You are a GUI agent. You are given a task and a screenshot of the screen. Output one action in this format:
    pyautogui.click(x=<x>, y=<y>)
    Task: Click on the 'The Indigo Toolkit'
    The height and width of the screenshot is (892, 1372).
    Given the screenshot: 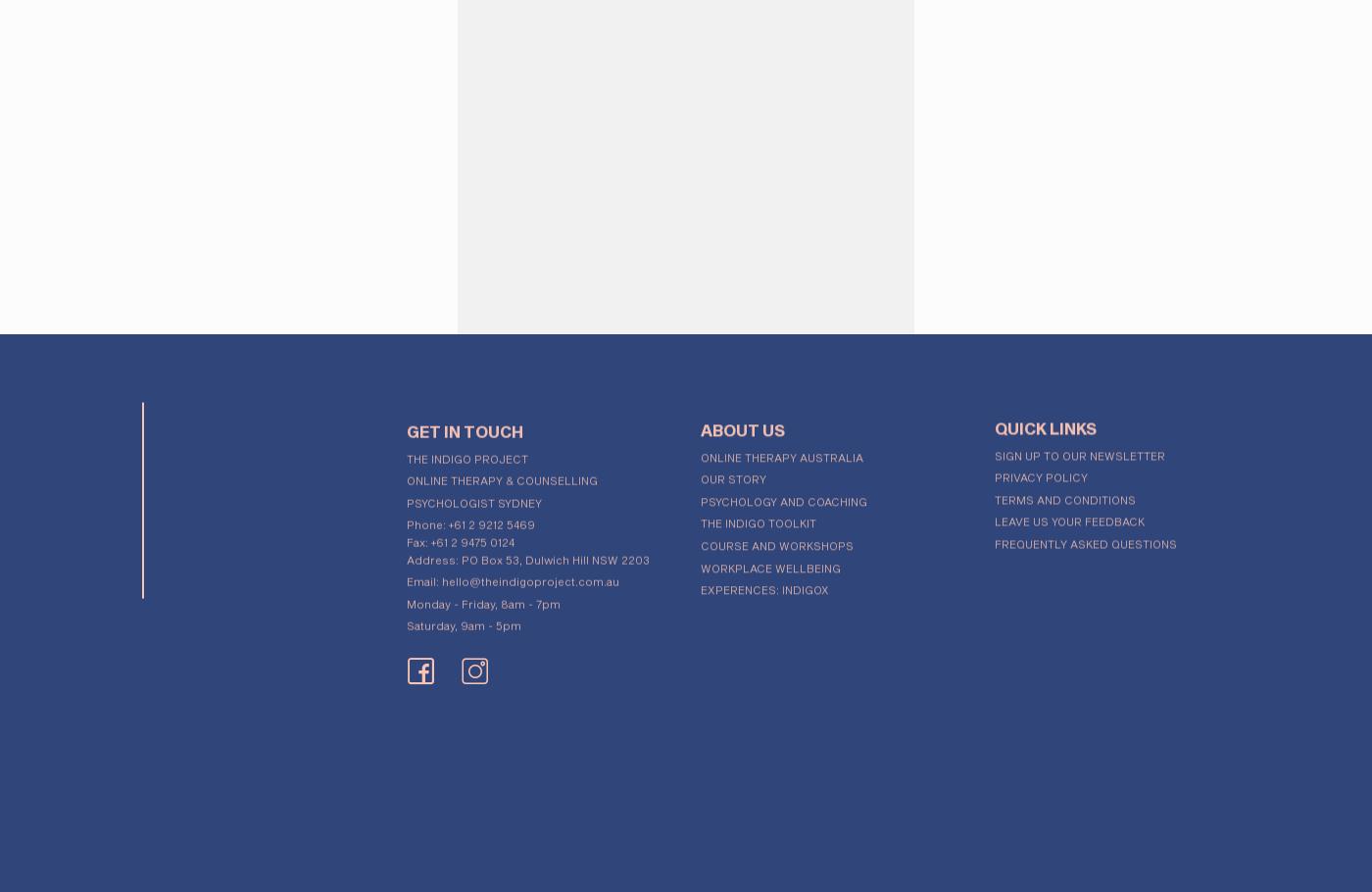 What is the action you would take?
    pyautogui.click(x=759, y=516)
    